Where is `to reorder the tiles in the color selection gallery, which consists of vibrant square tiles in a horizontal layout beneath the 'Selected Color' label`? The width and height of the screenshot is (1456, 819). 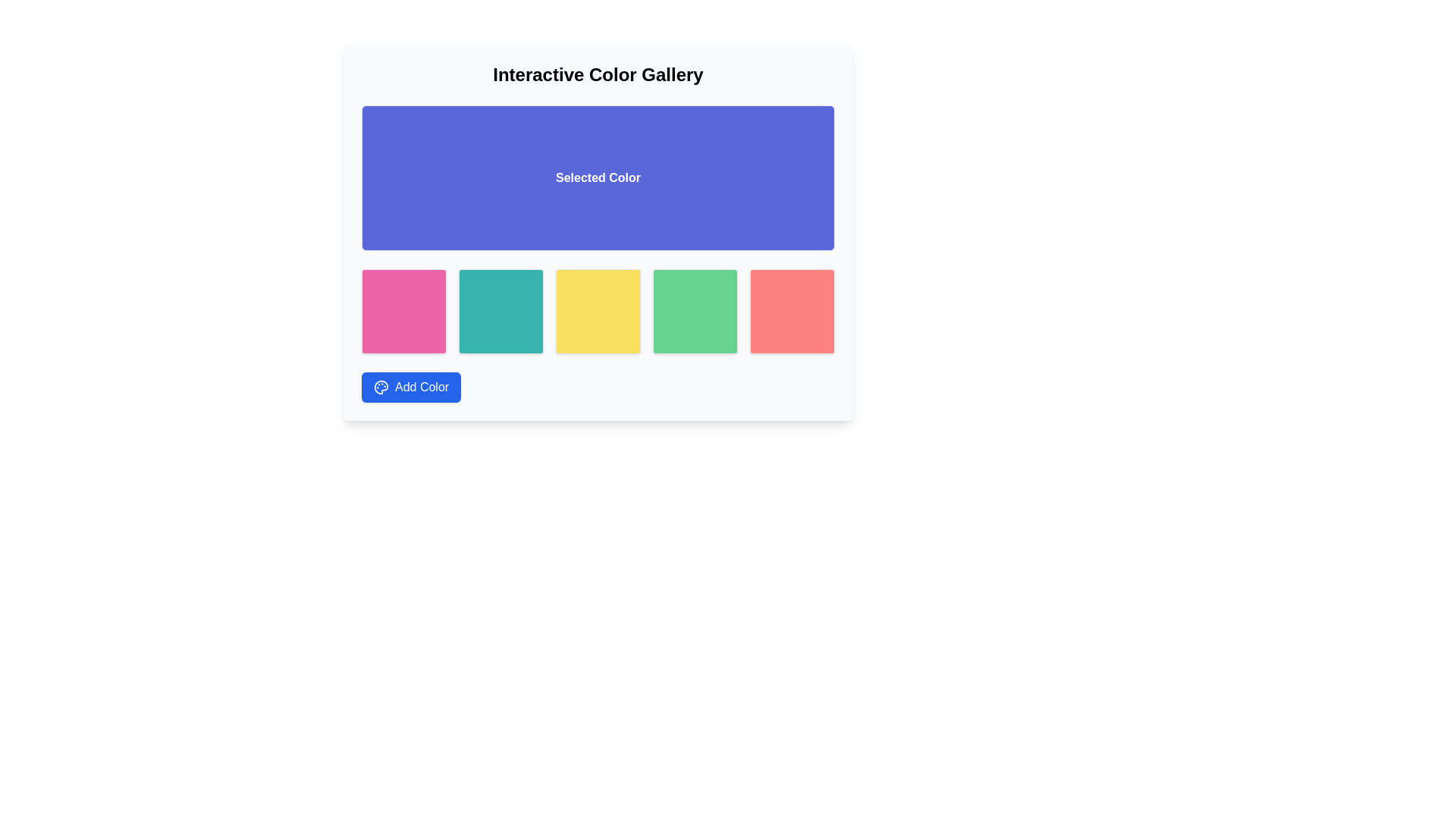 to reorder the tiles in the color selection gallery, which consists of vibrant square tiles in a horizontal layout beneath the 'Selected Color' label is located at coordinates (597, 311).